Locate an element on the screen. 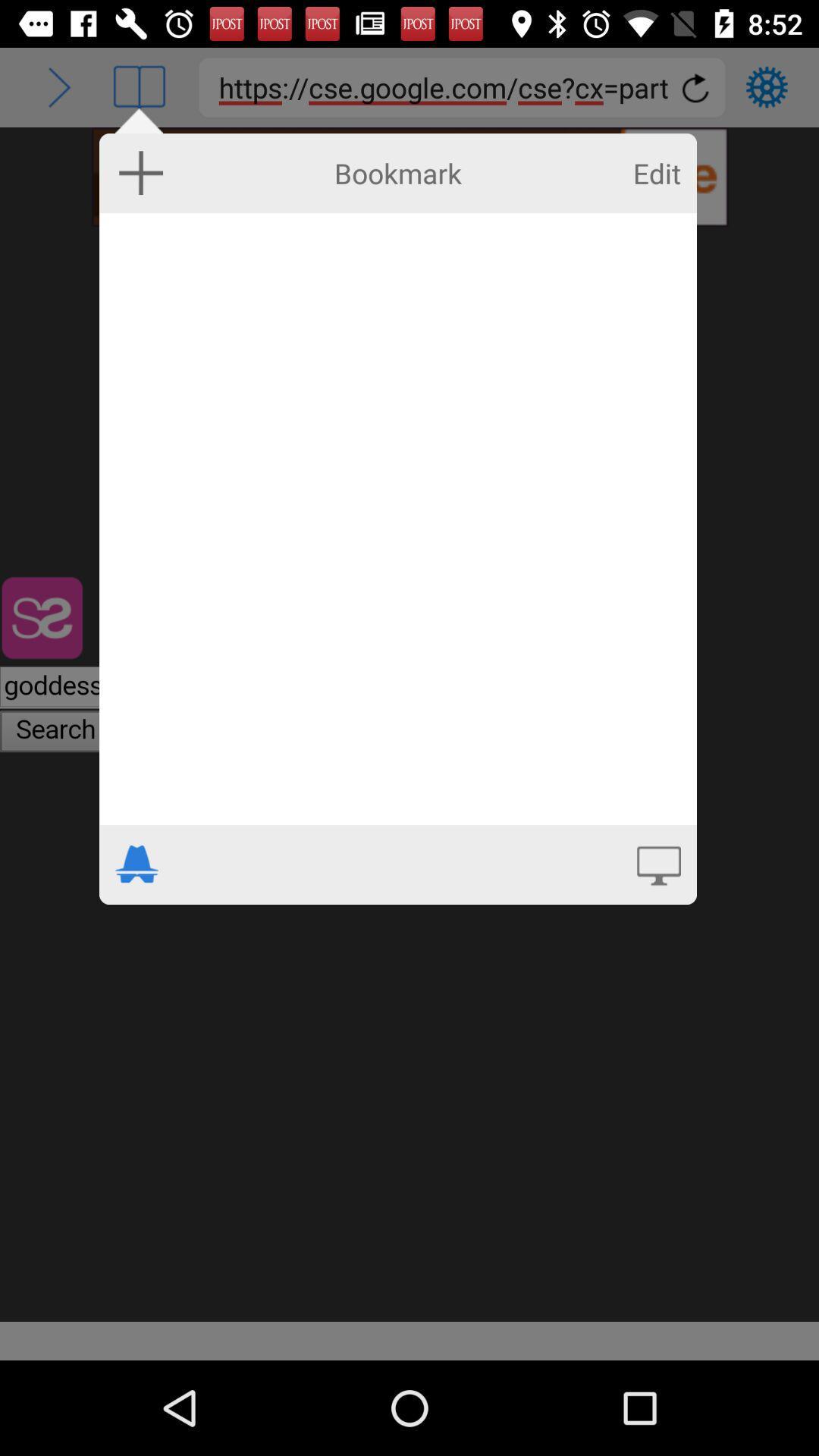 The width and height of the screenshot is (819, 1456). bookmark box is located at coordinates (397, 519).